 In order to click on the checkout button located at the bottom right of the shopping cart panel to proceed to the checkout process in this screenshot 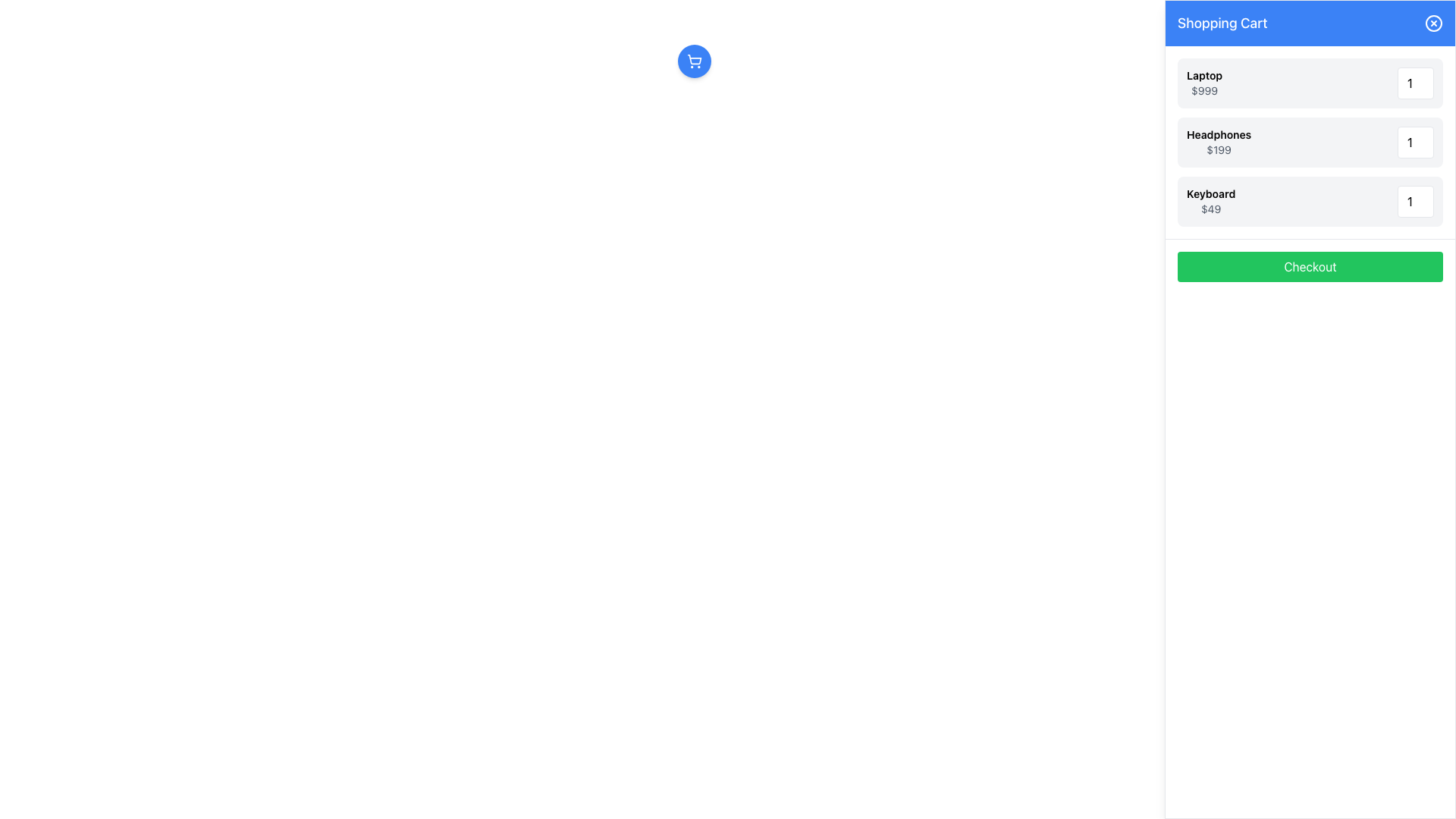, I will do `click(1310, 265)`.